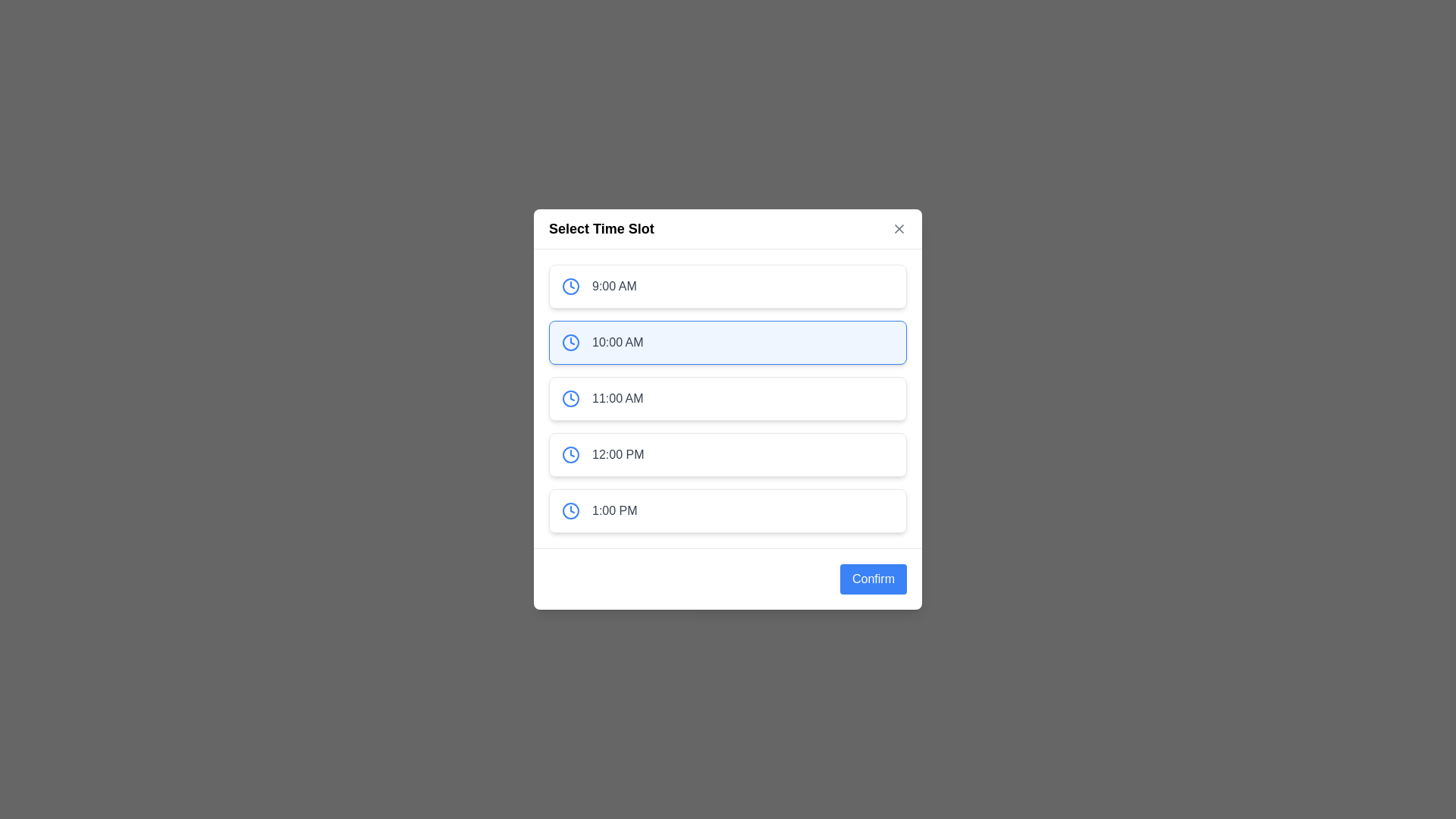 The image size is (1456, 819). What do you see at coordinates (728, 287) in the screenshot?
I see `the time slot labeled 9:00 AM to select it` at bounding box center [728, 287].